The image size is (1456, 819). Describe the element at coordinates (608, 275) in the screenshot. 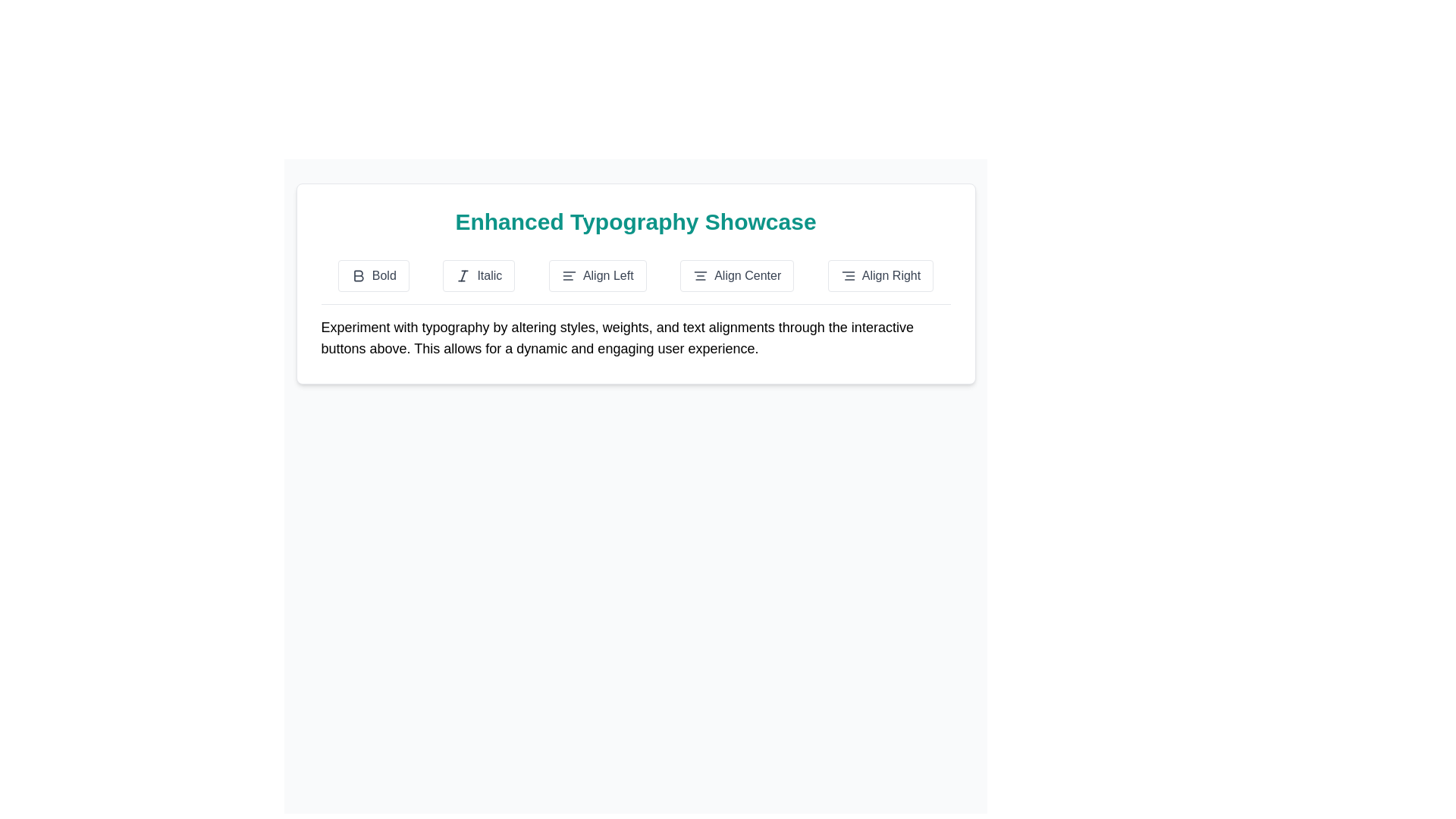

I see `the text label that reads 'Align Left', which is styled with a typical UI font and positioned among alignment tools` at that location.